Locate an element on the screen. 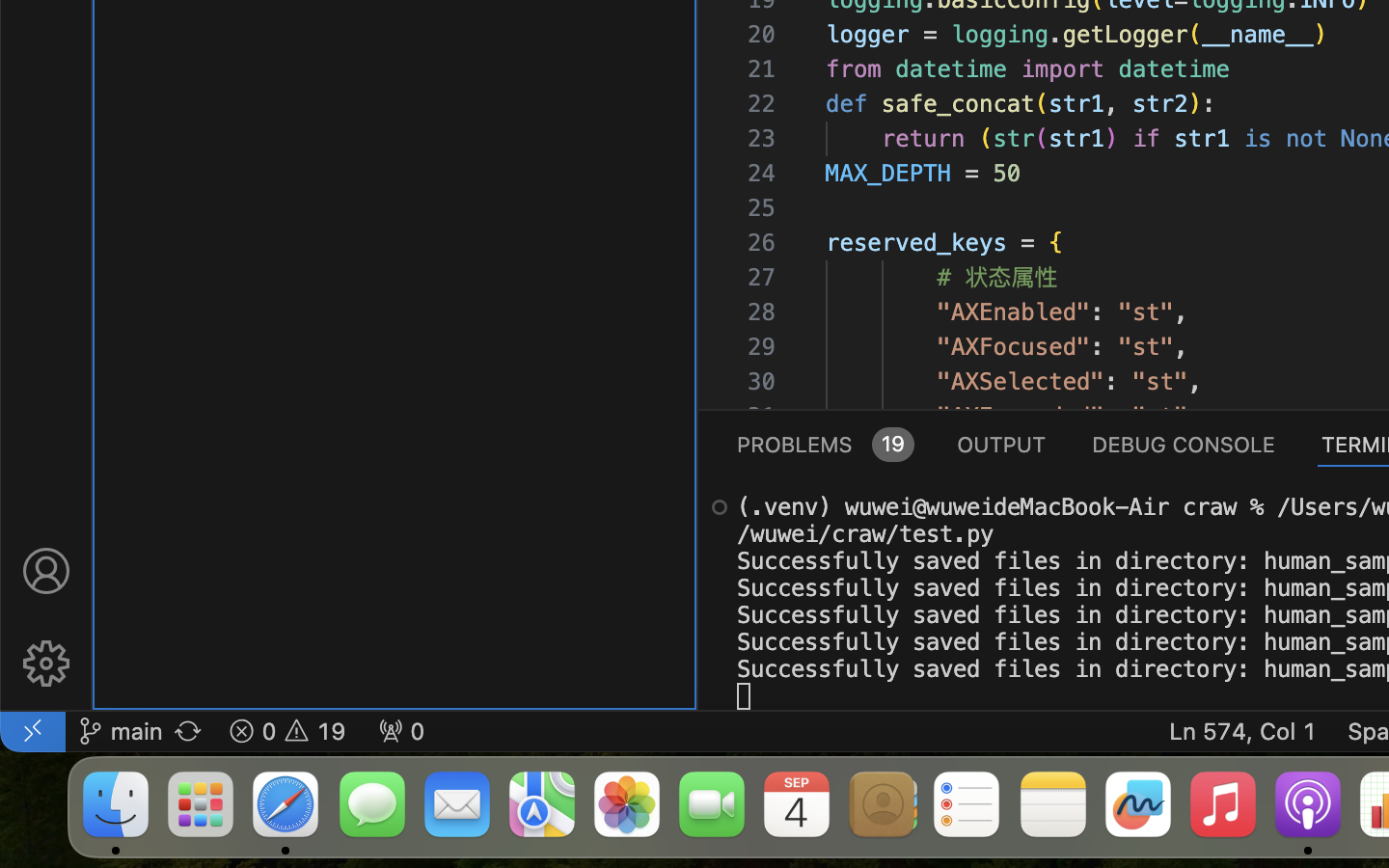  '0 DEBUG CONSOLE' is located at coordinates (1183, 442).